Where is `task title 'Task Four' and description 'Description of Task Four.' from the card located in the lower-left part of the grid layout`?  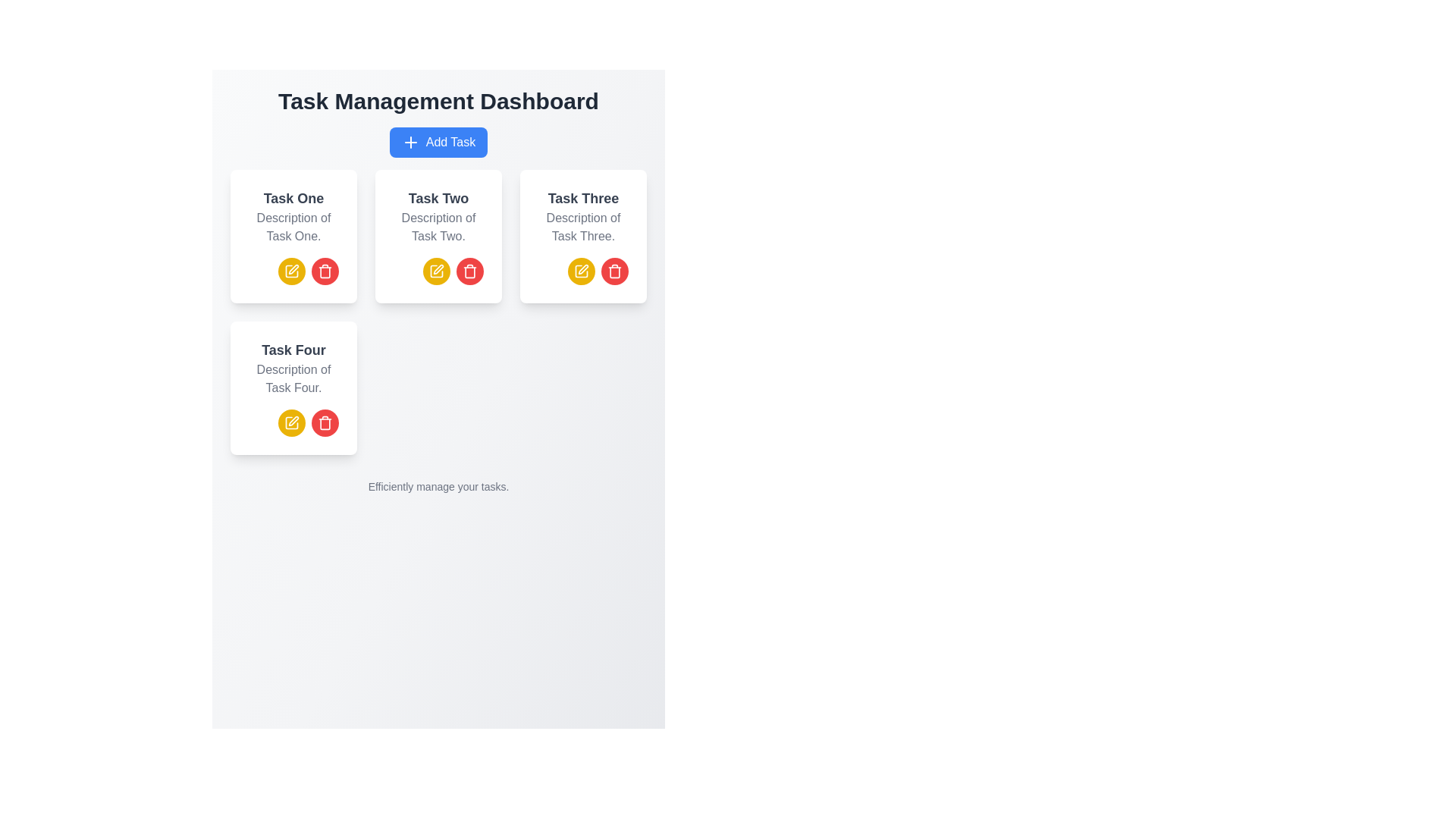
task title 'Task Four' and description 'Description of Task Four.' from the card located in the lower-left part of the grid layout is located at coordinates (293, 388).